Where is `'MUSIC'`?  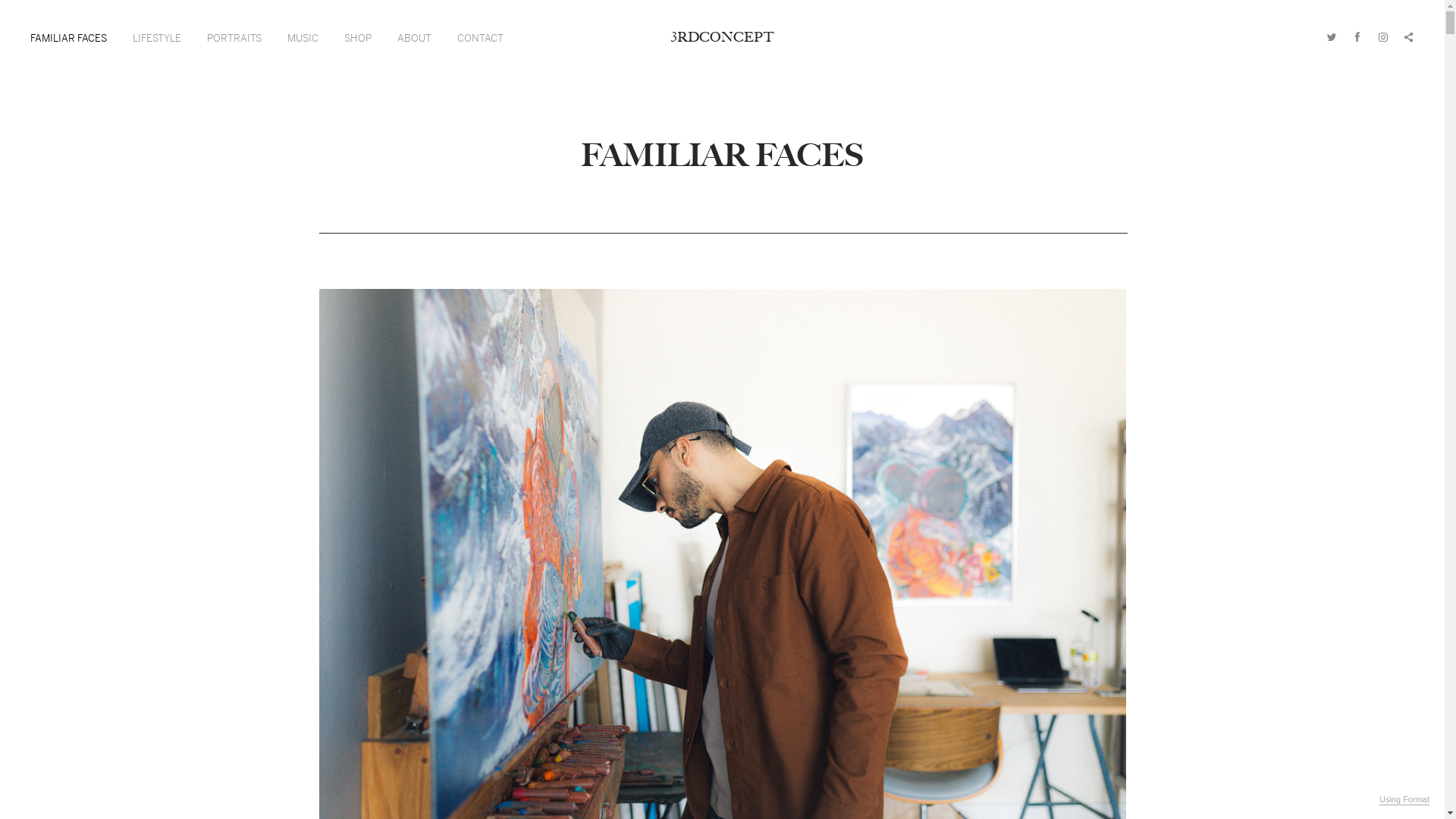 'MUSIC' is located at coordinates (287, 37).